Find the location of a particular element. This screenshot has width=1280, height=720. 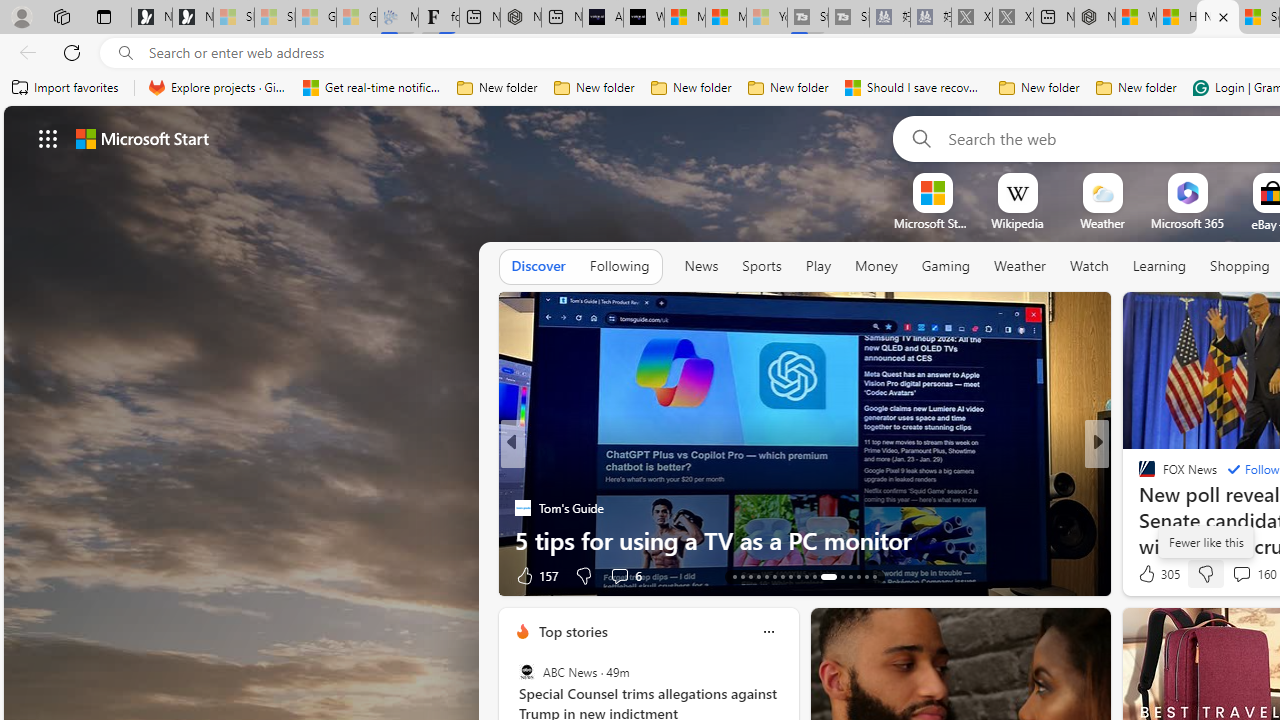

'AutomationID: tab-24' is located at coordinates (828, 577).